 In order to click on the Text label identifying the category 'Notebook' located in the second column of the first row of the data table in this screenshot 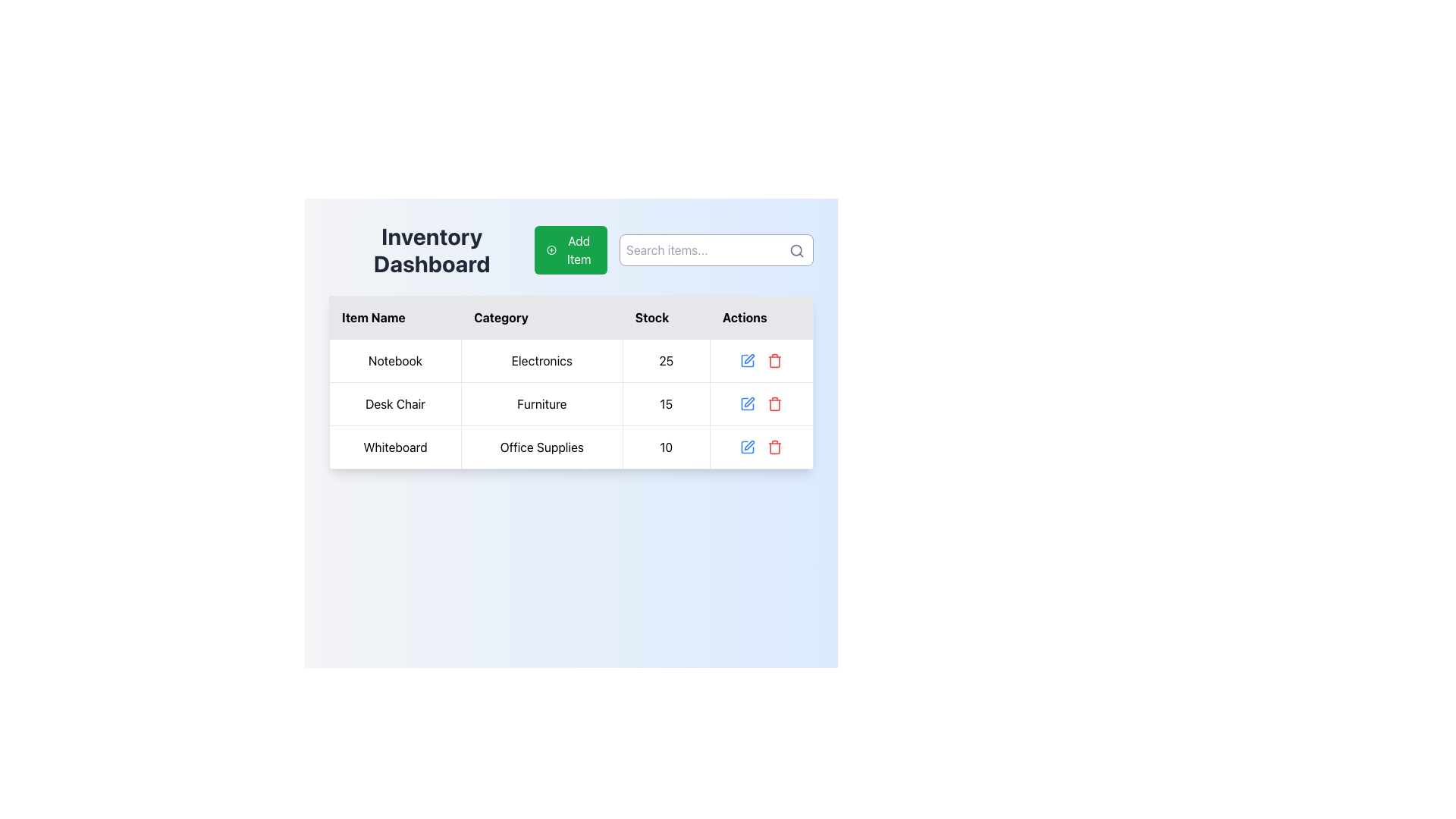, I will do `click(541, 360)`.